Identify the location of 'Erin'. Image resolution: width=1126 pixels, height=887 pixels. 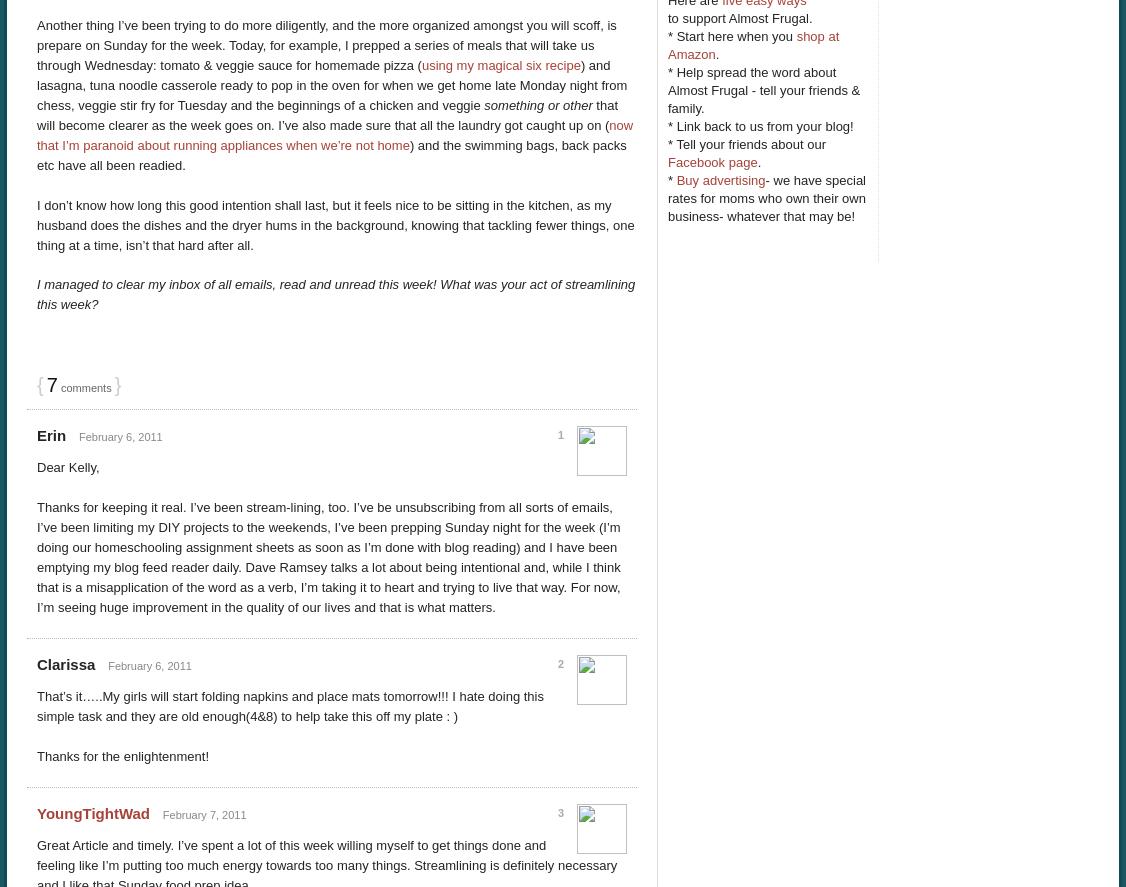
(50, 435).